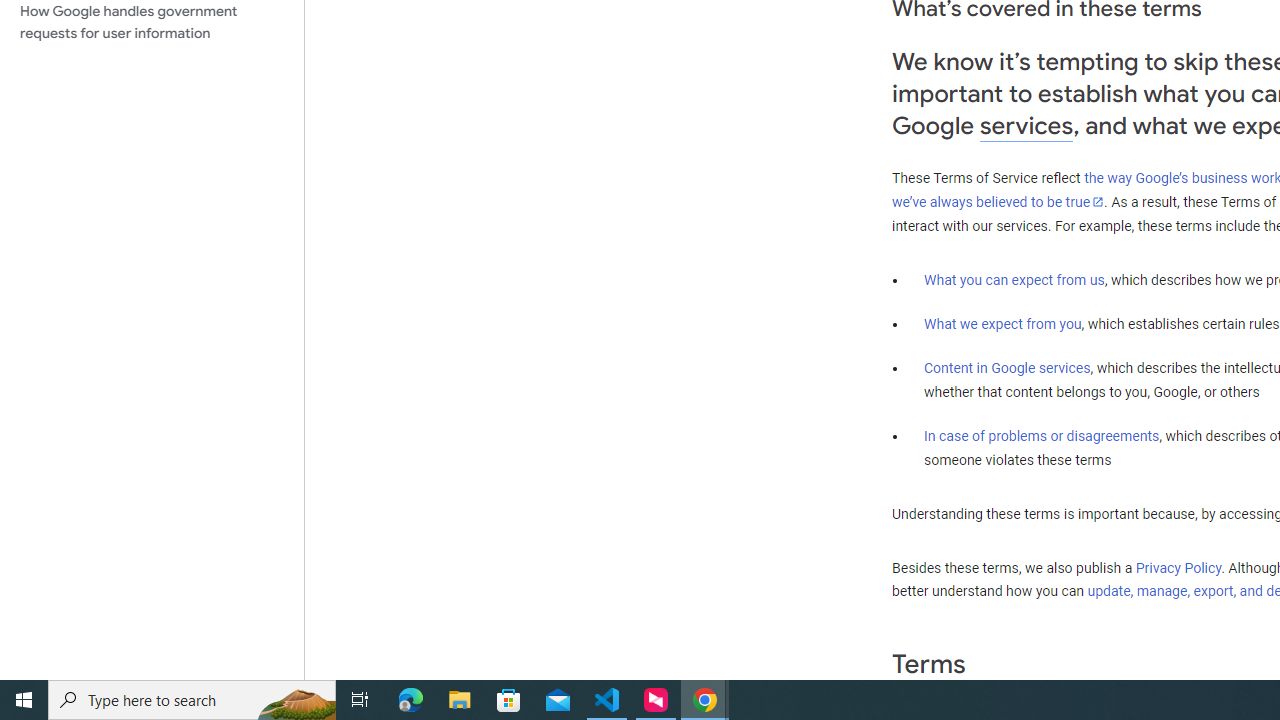 The width and height of the screenshot is (1280, 720). What do you see at coordinates (1002, 323) in the screenshot?
I see `'What we expect from you'` at bounding box center [1002, 323].